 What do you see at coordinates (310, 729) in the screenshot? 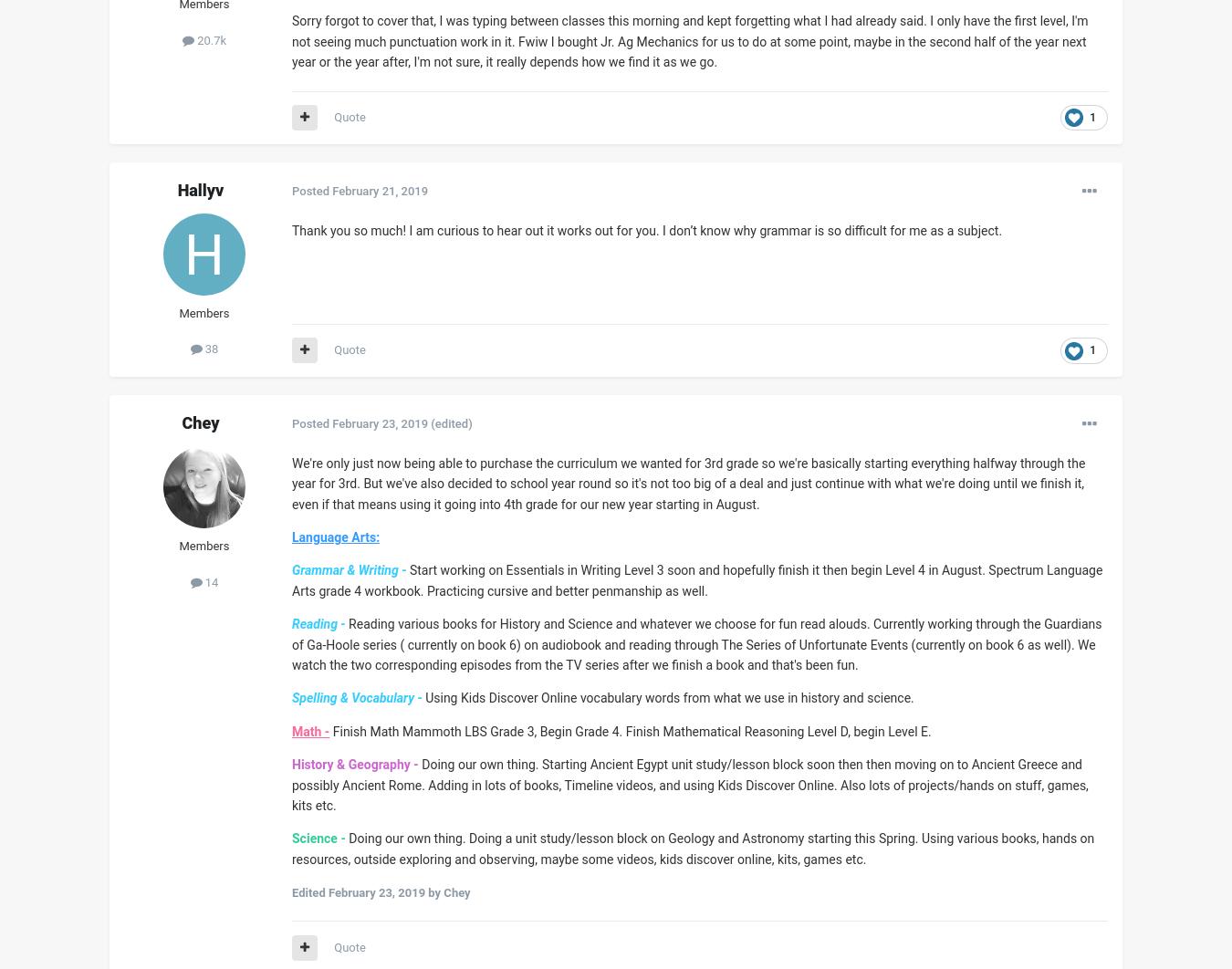
I see `'Math -'` at bounding box center [310, 729].